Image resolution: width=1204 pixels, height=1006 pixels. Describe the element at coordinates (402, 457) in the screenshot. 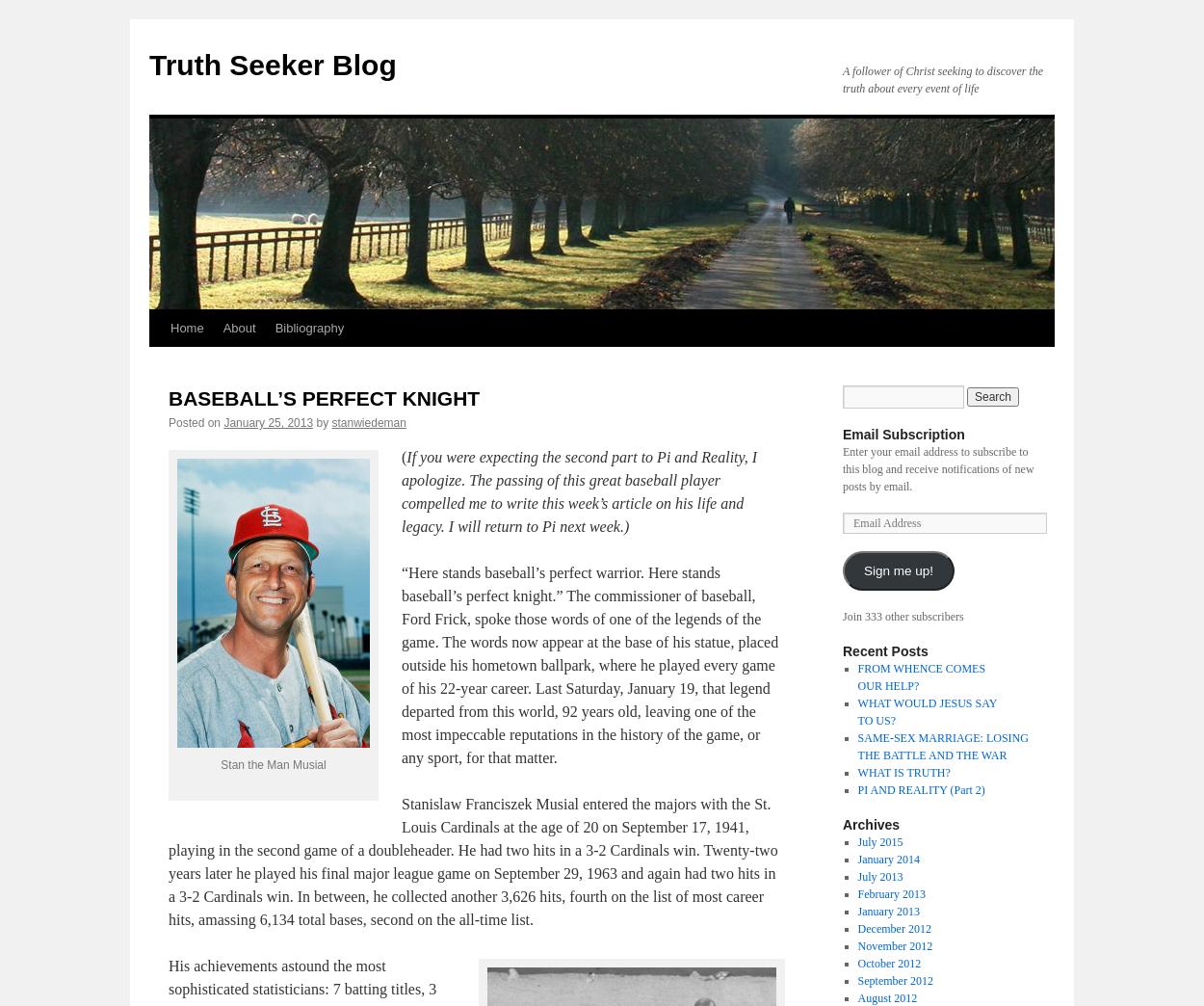

I see `'('` at that location.